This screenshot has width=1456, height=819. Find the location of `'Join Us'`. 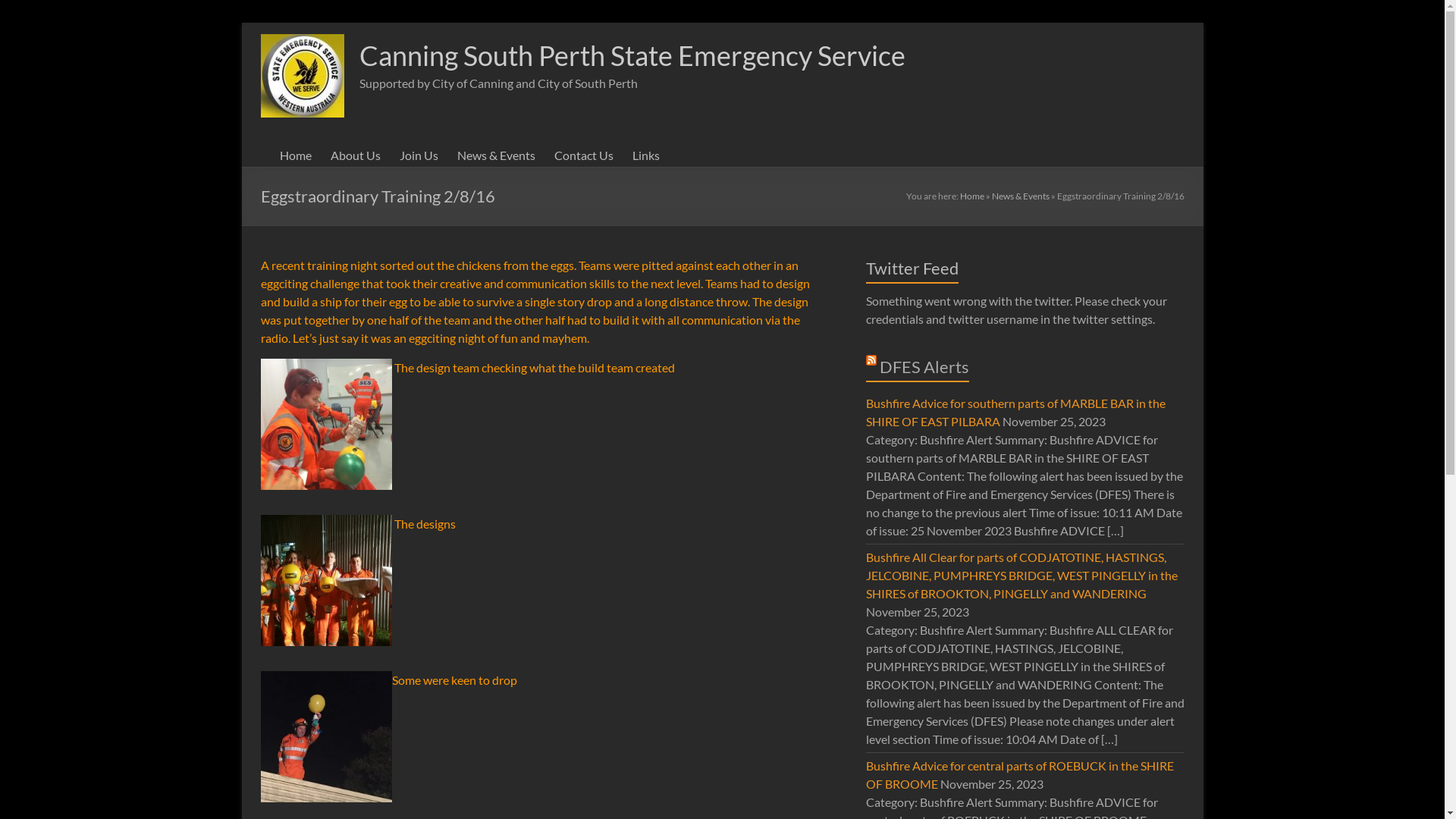

'Join Us' is located at coordinates (418, 155).